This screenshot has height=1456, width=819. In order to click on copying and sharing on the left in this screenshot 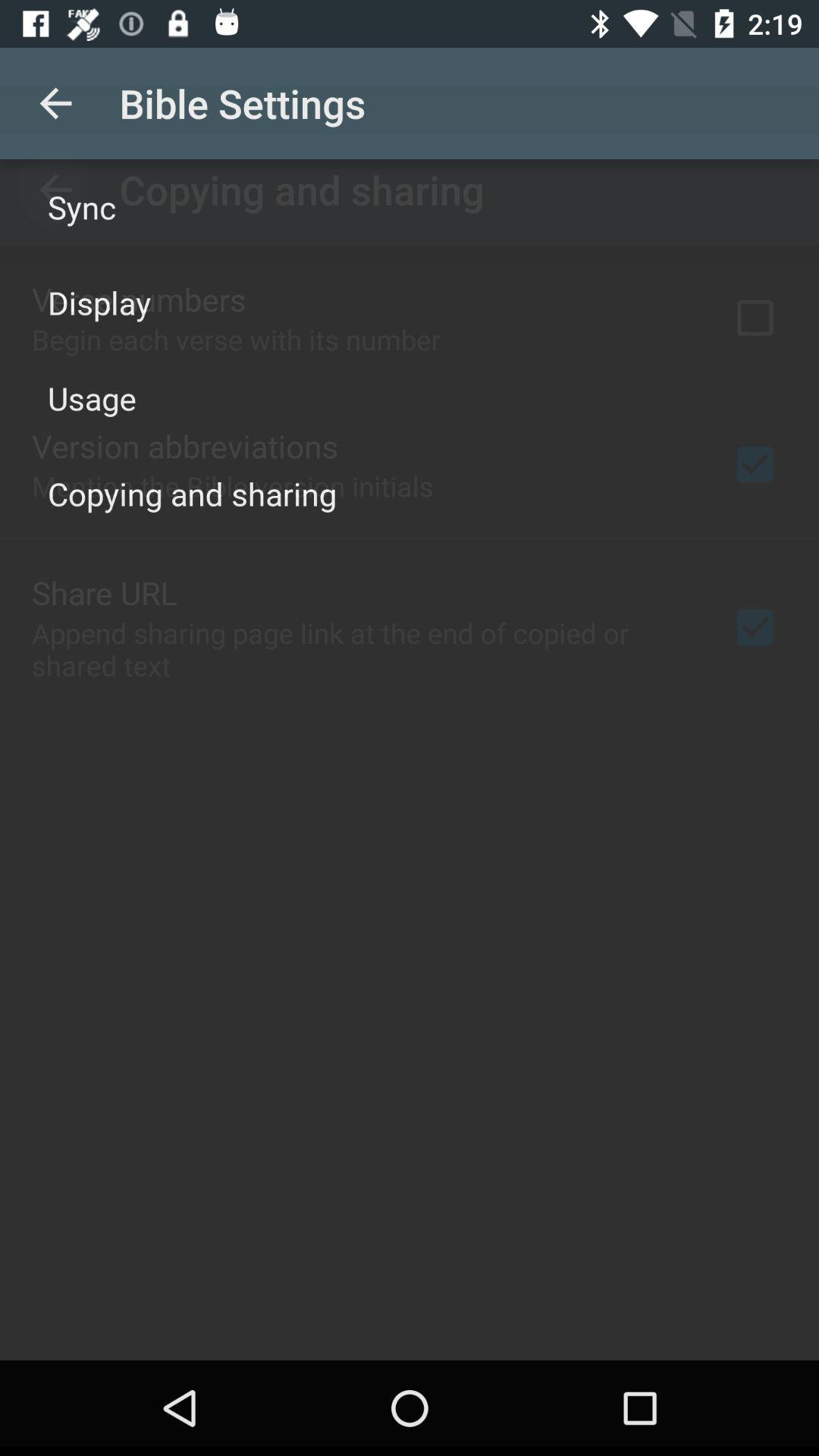, I will do `click(191, 494)`.